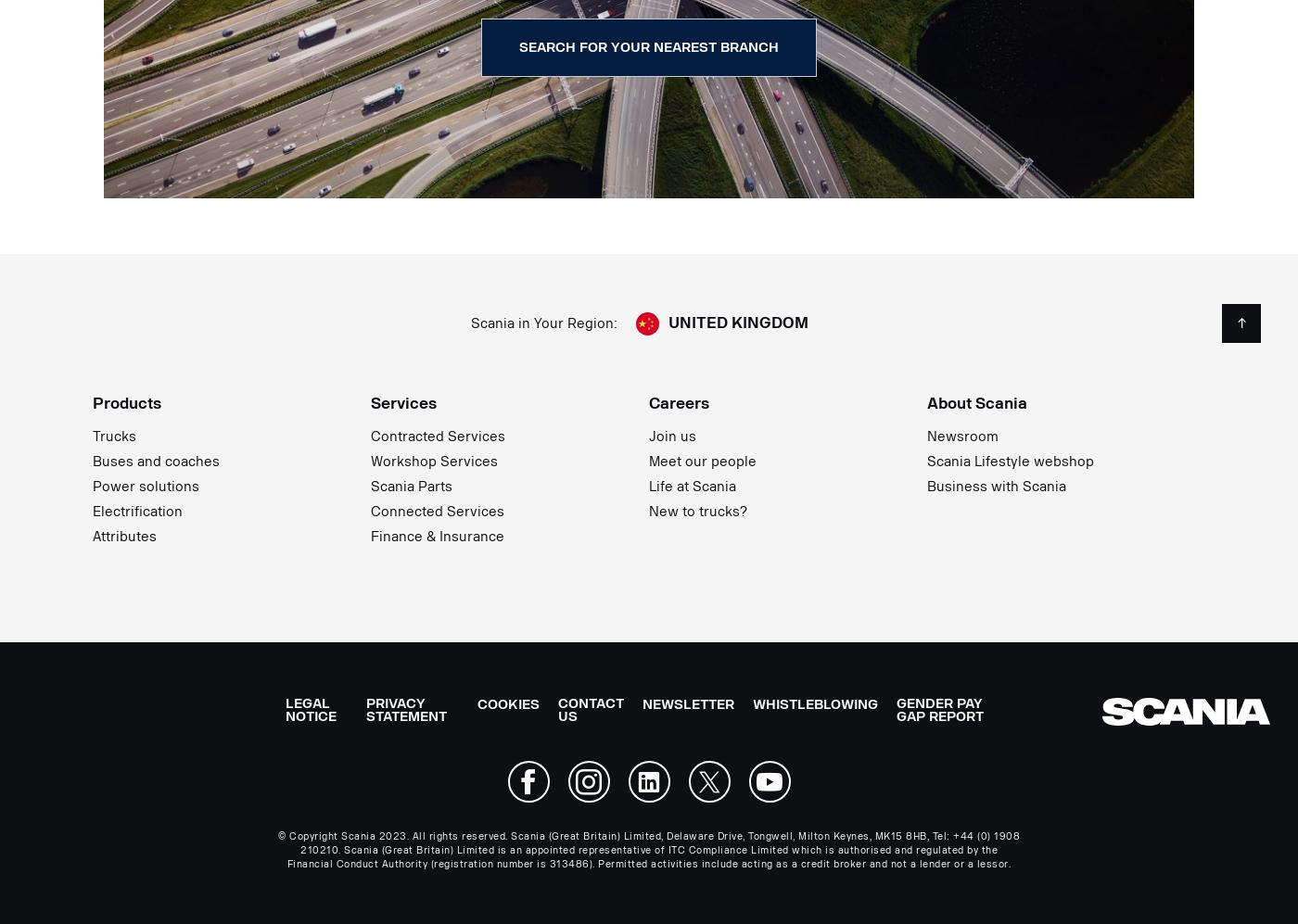 Image resolution: width=1298 pixels, height=924 pixels. Describe the element at coordinates (369, 512) in the screenshot. I see `'Connected Services'` at that location.